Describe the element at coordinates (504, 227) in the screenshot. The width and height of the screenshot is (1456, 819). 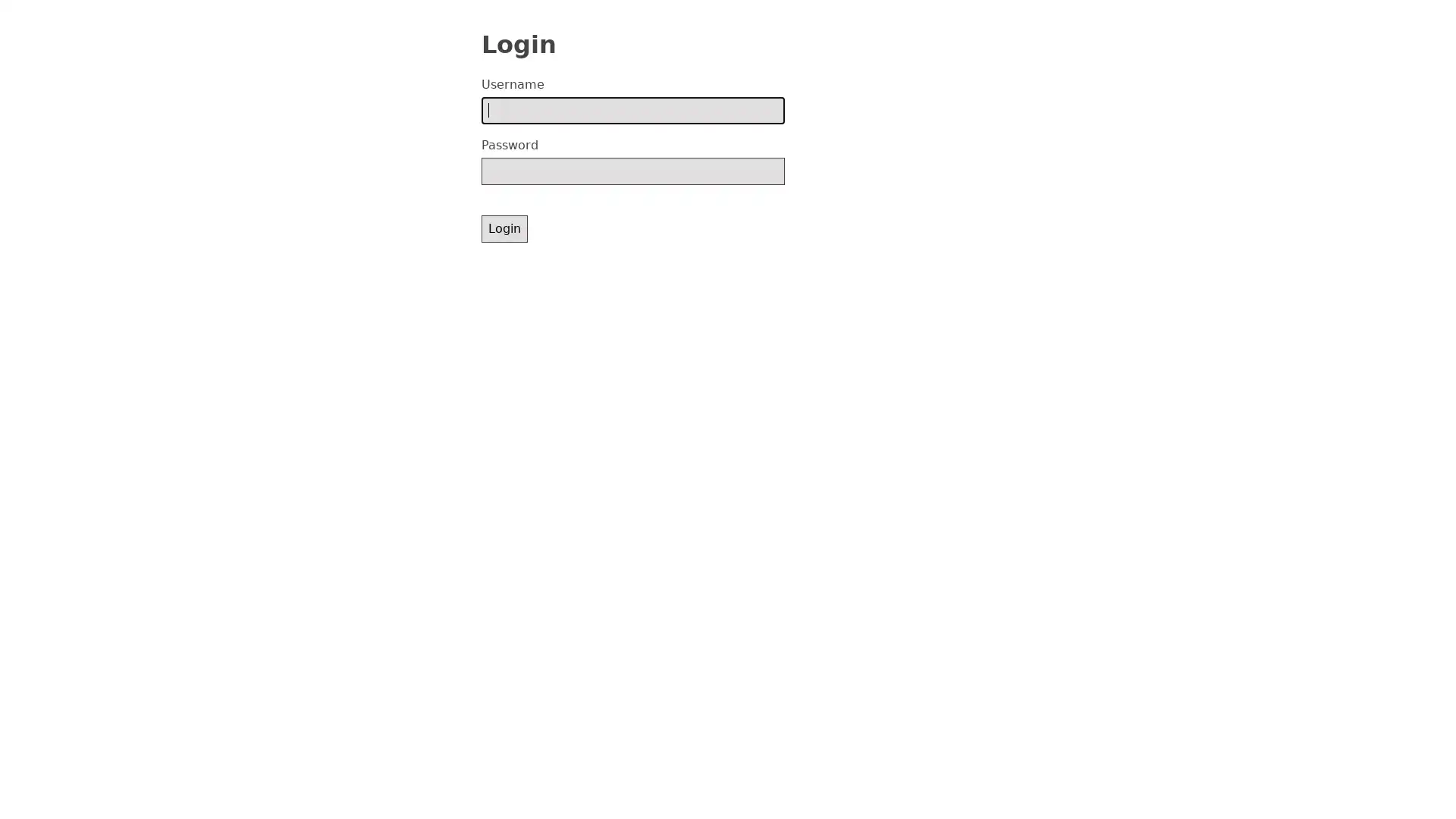
I see `Login` at that location.